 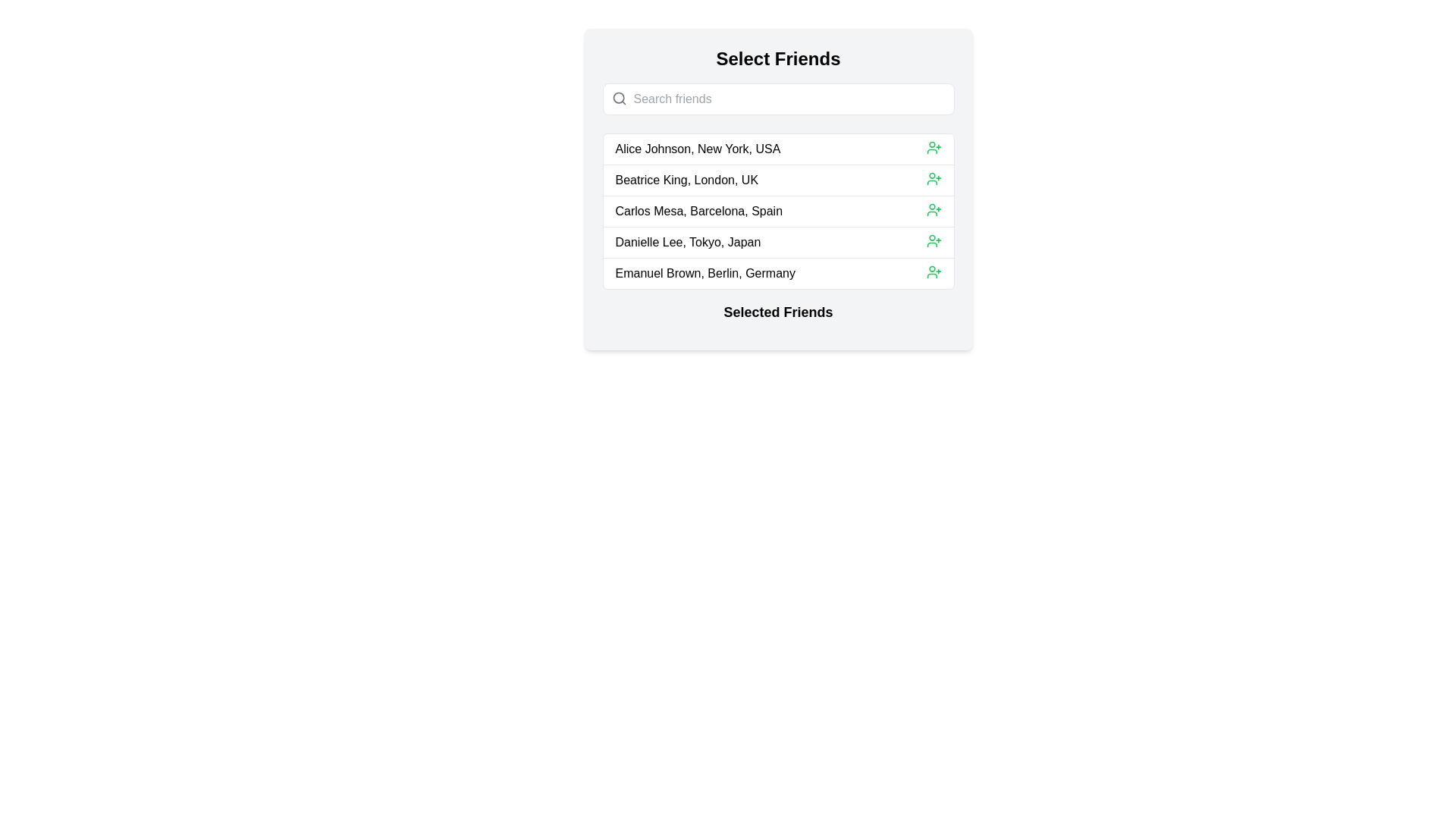 I want to click on the text label displaying 'Danielle Lee, Tokyo, Japan', so click(x=687, y=242).